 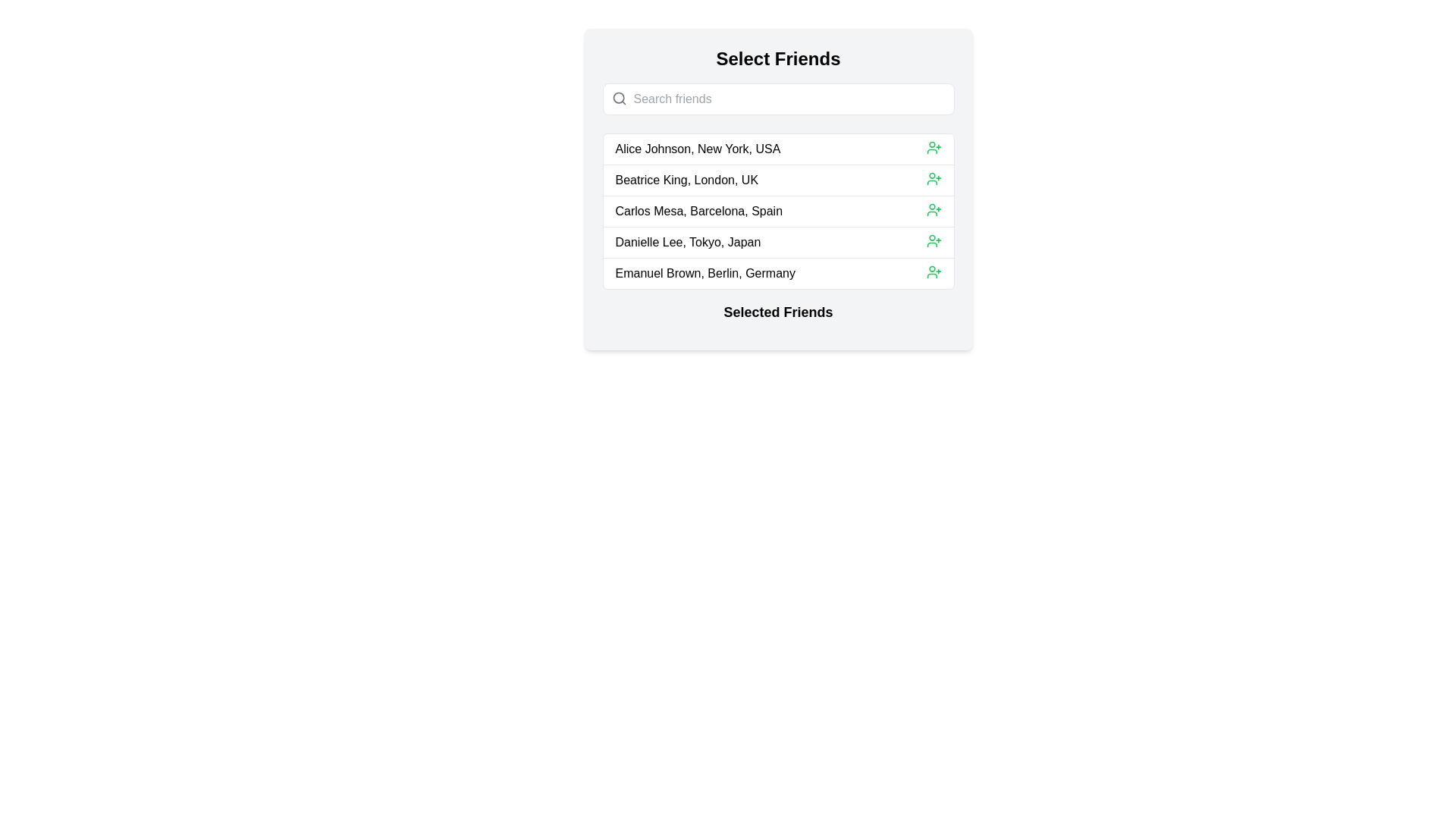 I want to click on the text label displaying 'Danielle Lee, Tokyo, Japan', so click(x=687, y=242).